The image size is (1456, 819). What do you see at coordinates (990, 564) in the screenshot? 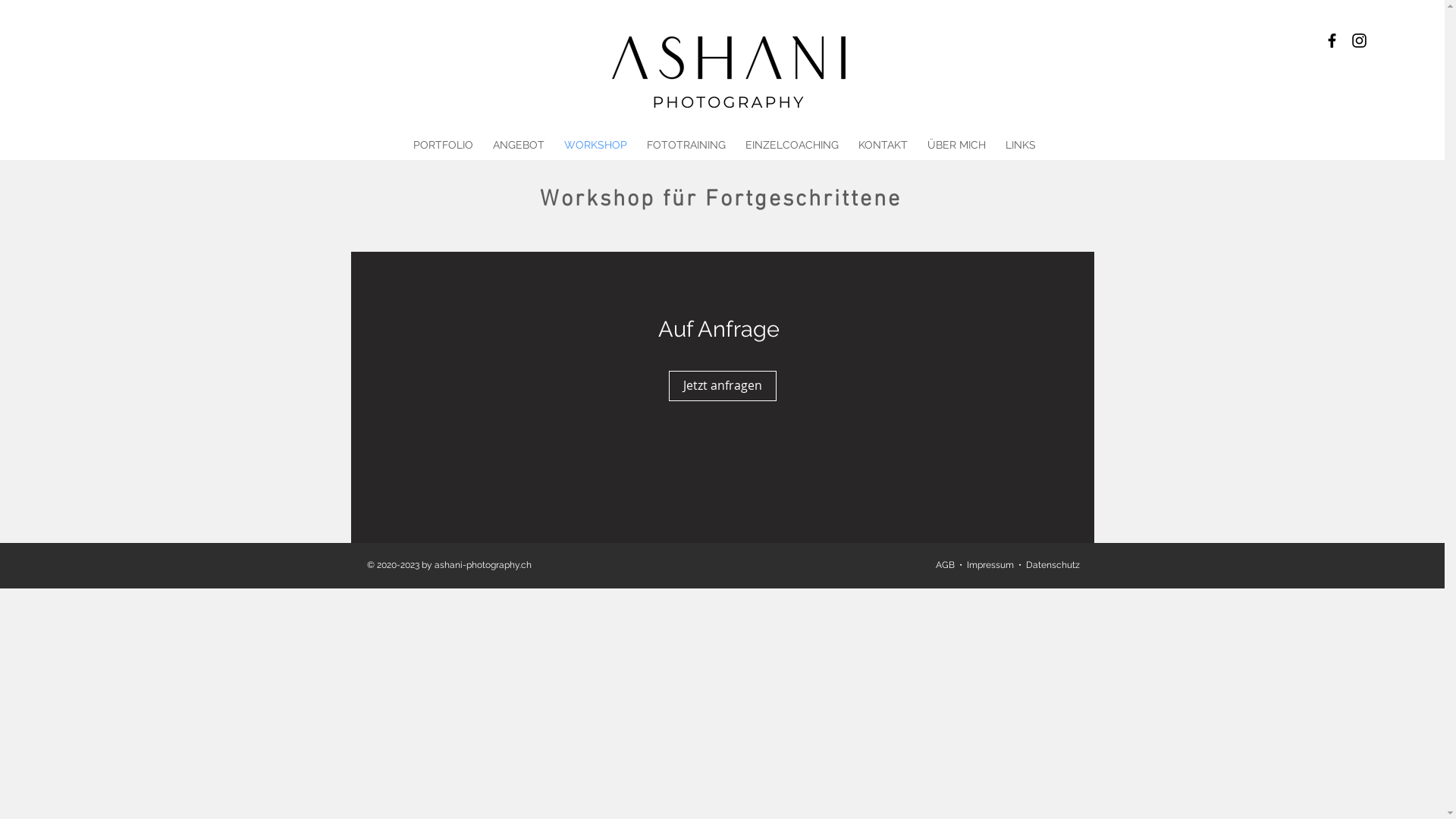
I see `'Impressum'` at bounding box center [990, 564].